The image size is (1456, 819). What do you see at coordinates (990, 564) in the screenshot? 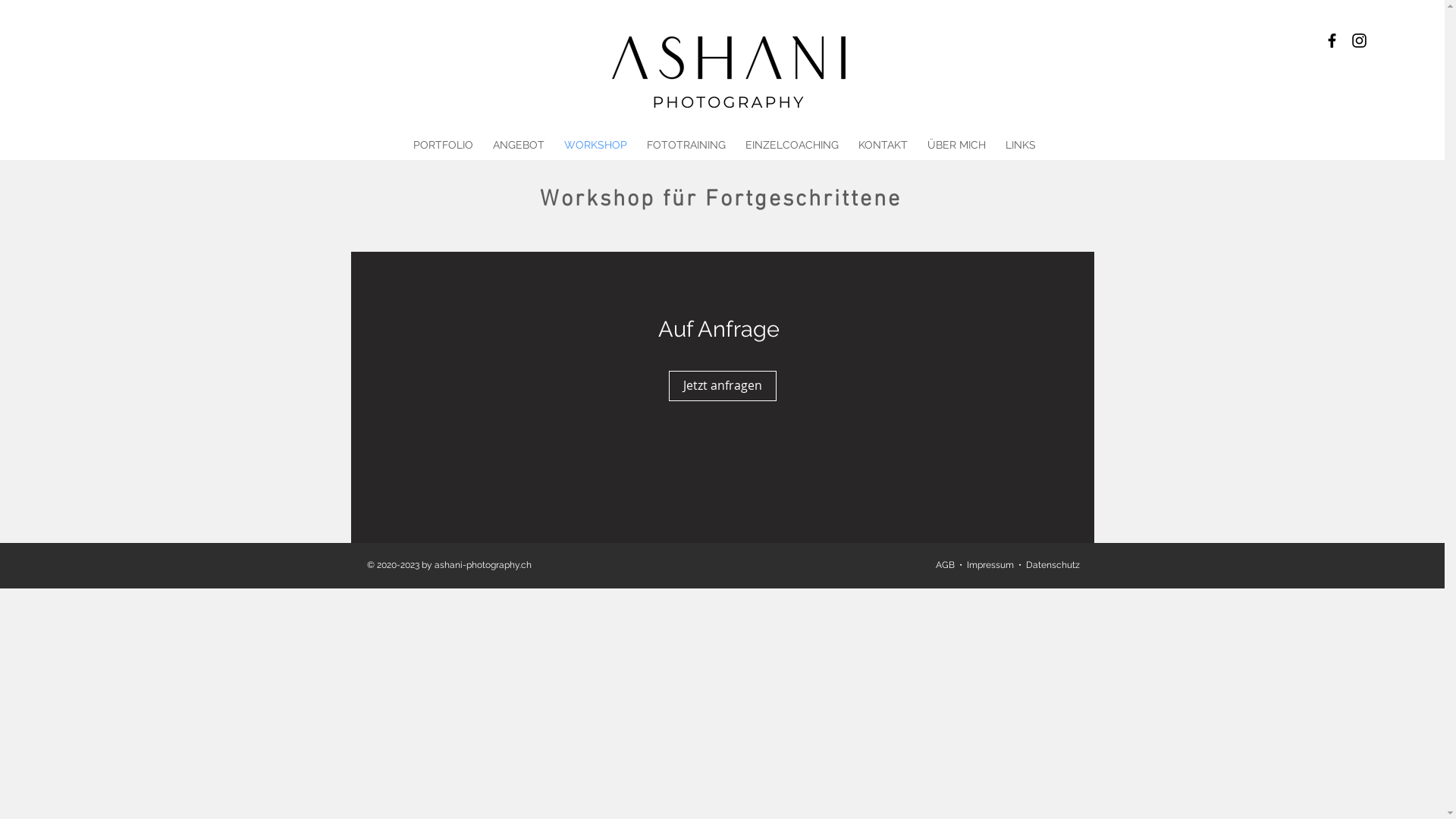
I see `'Impressum'` at bounding box center [990, 564].